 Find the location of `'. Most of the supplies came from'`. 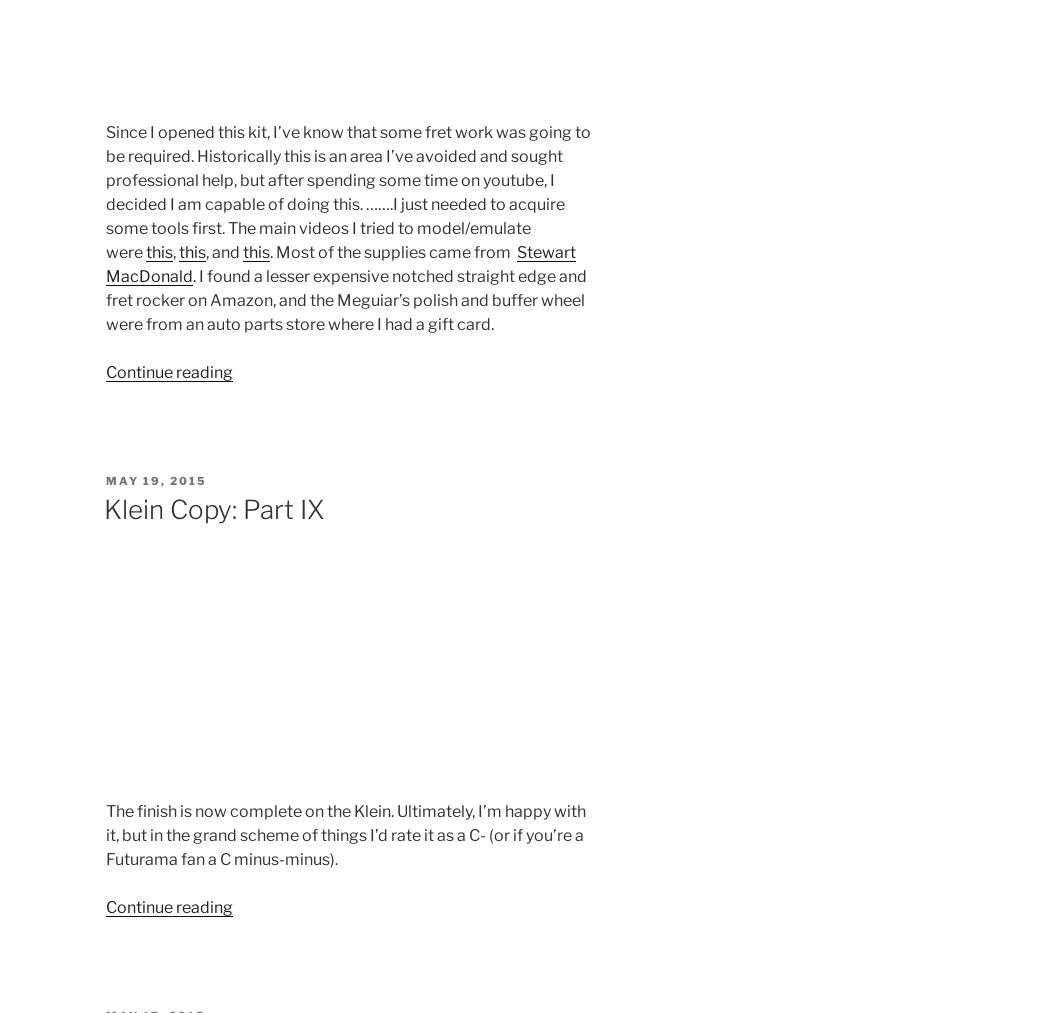

'. Most of the supplies came from' is located at coordinates (392, 250).